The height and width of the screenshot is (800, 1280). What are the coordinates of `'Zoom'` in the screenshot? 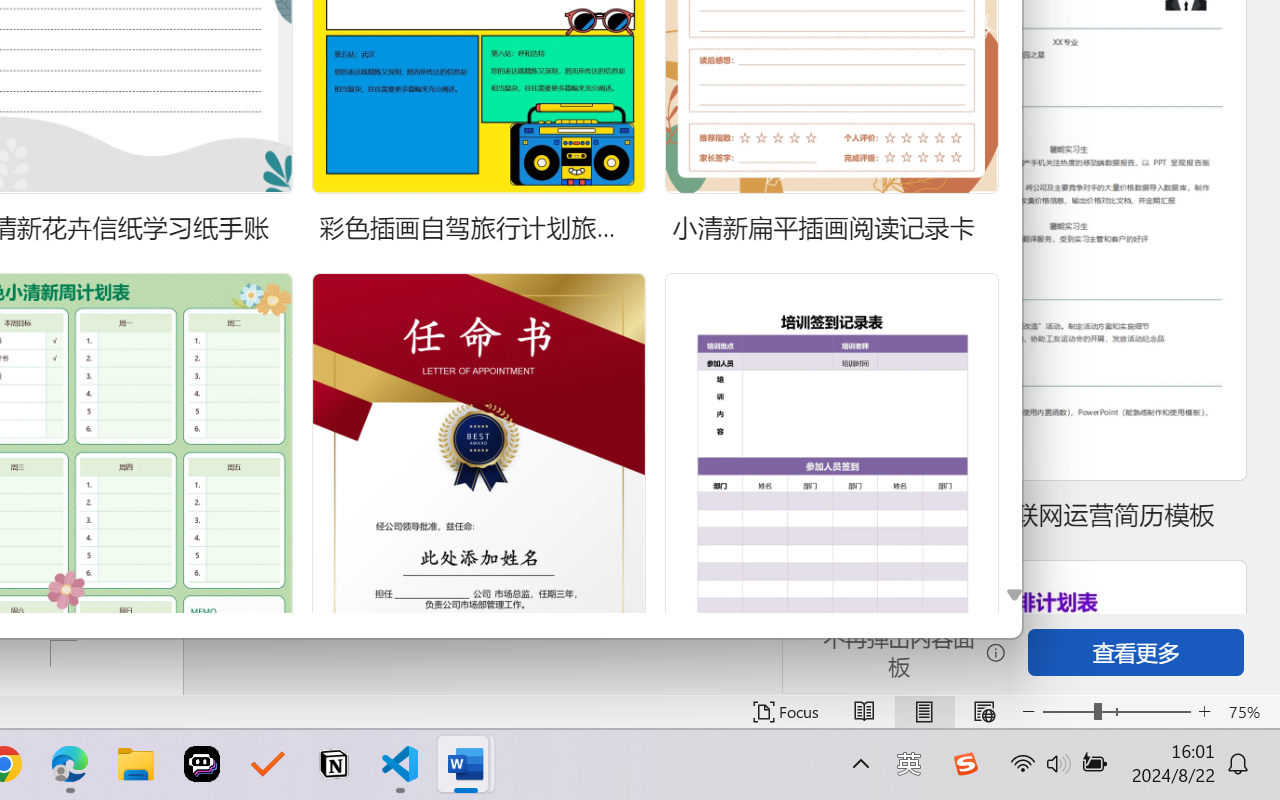 It's located at (1115, 711).